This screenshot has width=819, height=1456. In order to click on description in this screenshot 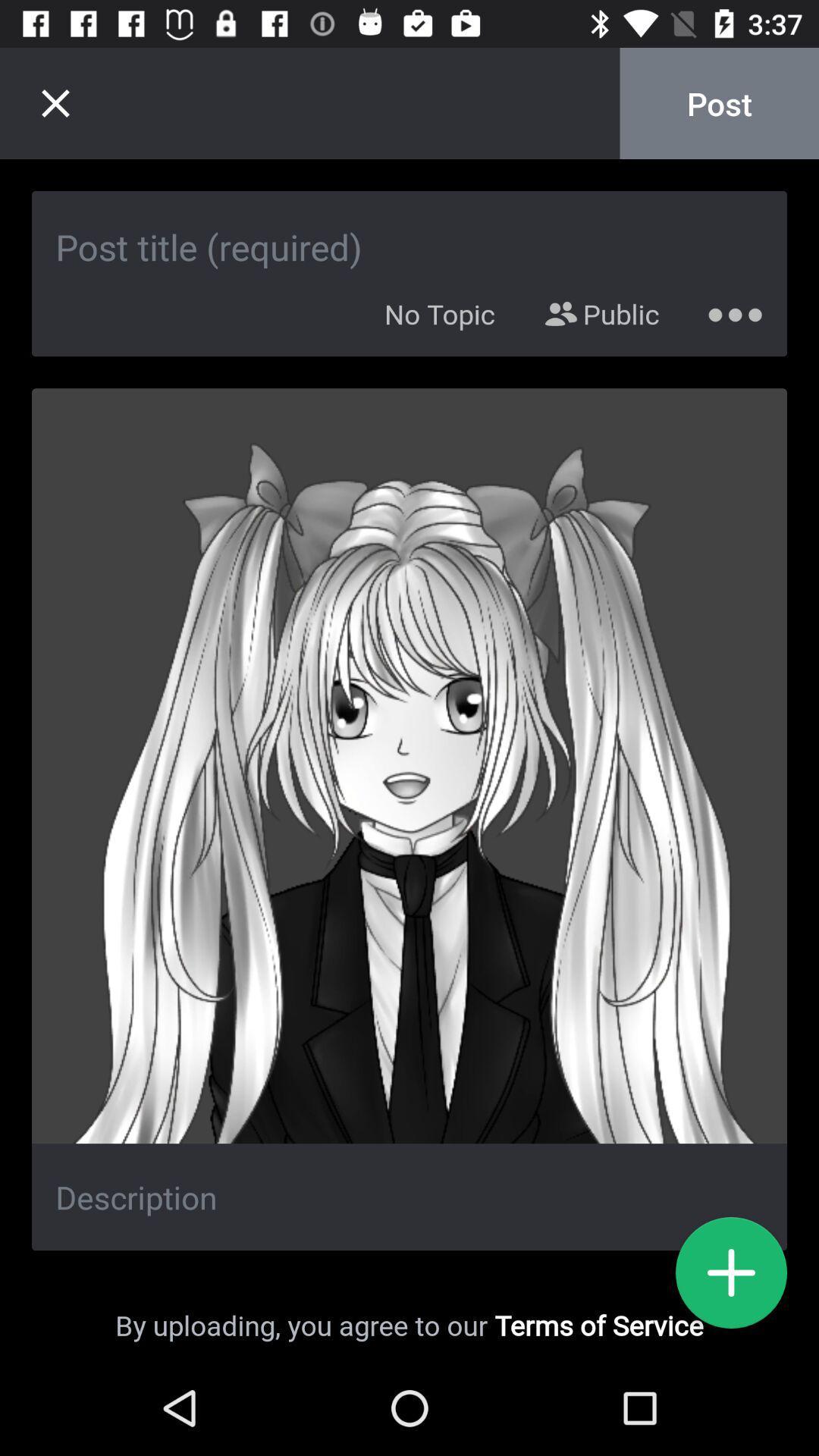, I will do `click(409, 1196)`.